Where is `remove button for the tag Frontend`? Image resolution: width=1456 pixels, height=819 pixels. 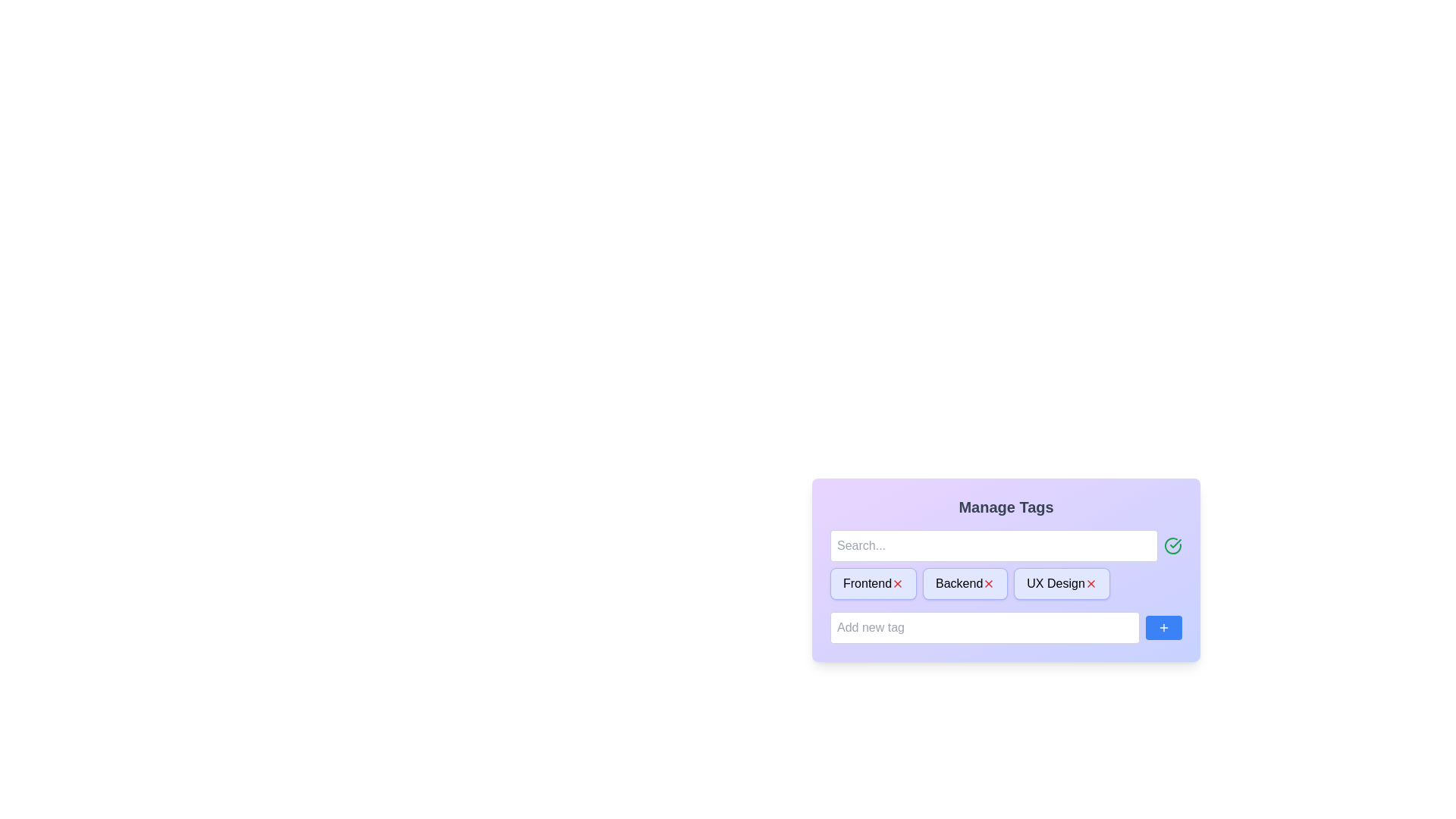
remove button for the tag Frontend is located at coordinates (898, 583).